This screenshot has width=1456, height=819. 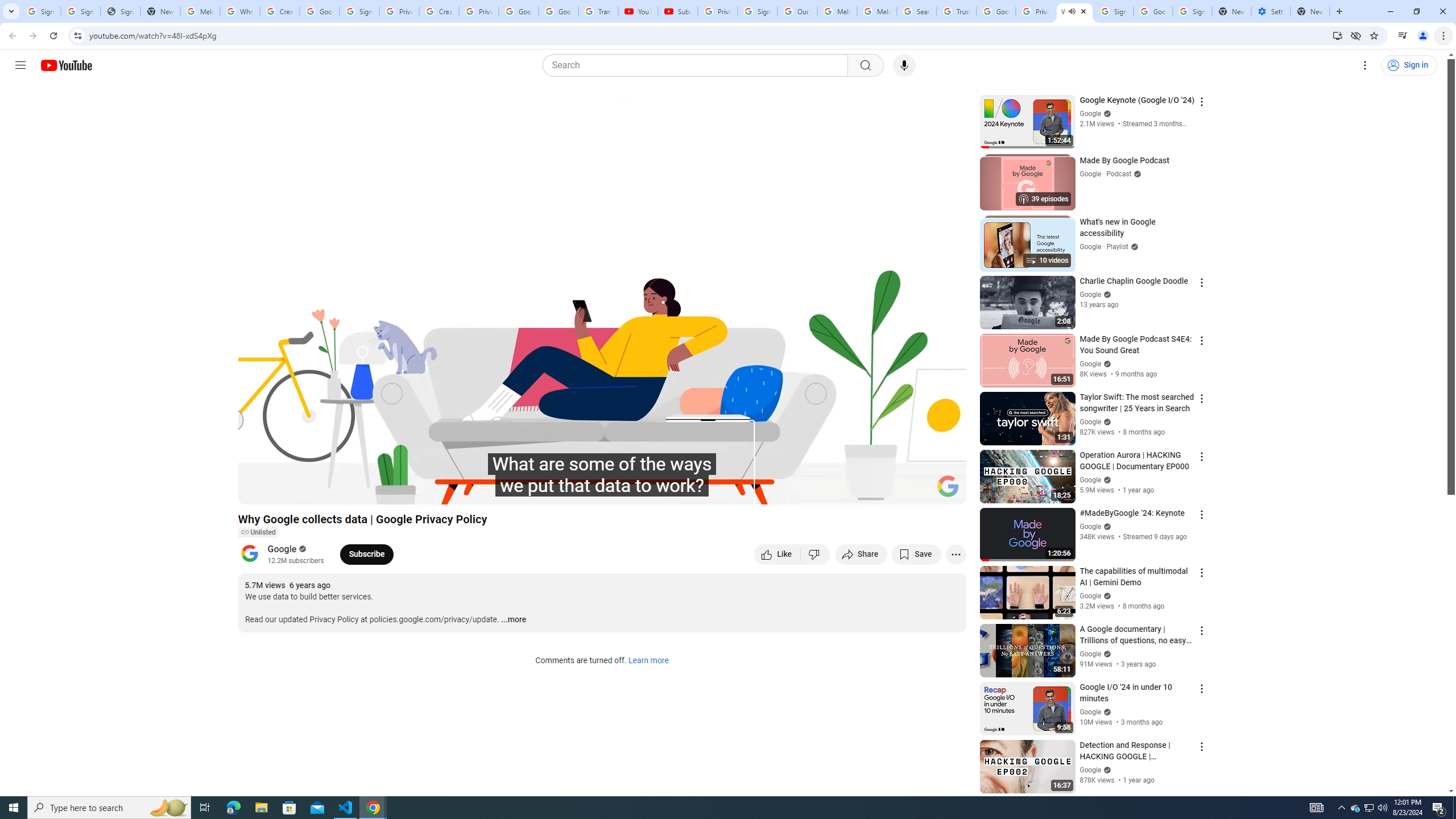 I want to click on 'Install YouTube', so click(x=1337, y=35).